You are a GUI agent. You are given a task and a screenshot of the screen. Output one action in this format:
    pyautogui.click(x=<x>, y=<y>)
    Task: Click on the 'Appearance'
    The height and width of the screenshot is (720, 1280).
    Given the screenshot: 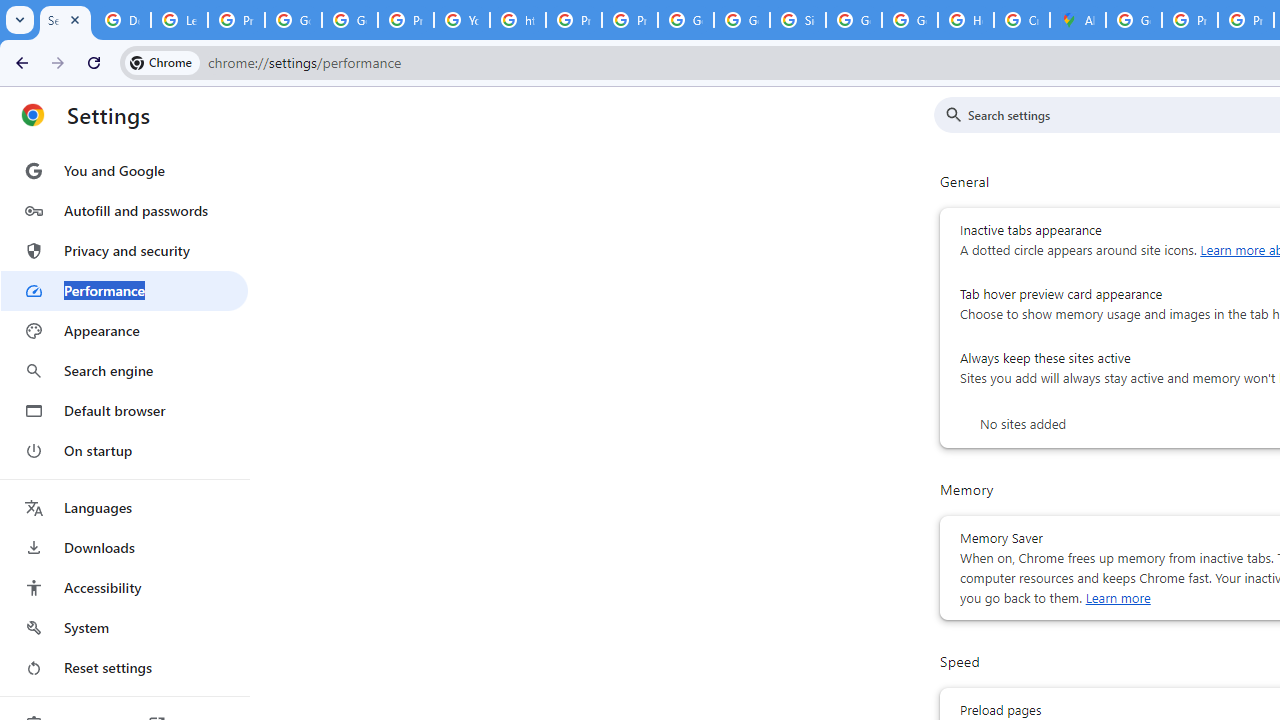 What is the action you would take?
    pyautogui.click(x=123, y=330)
    